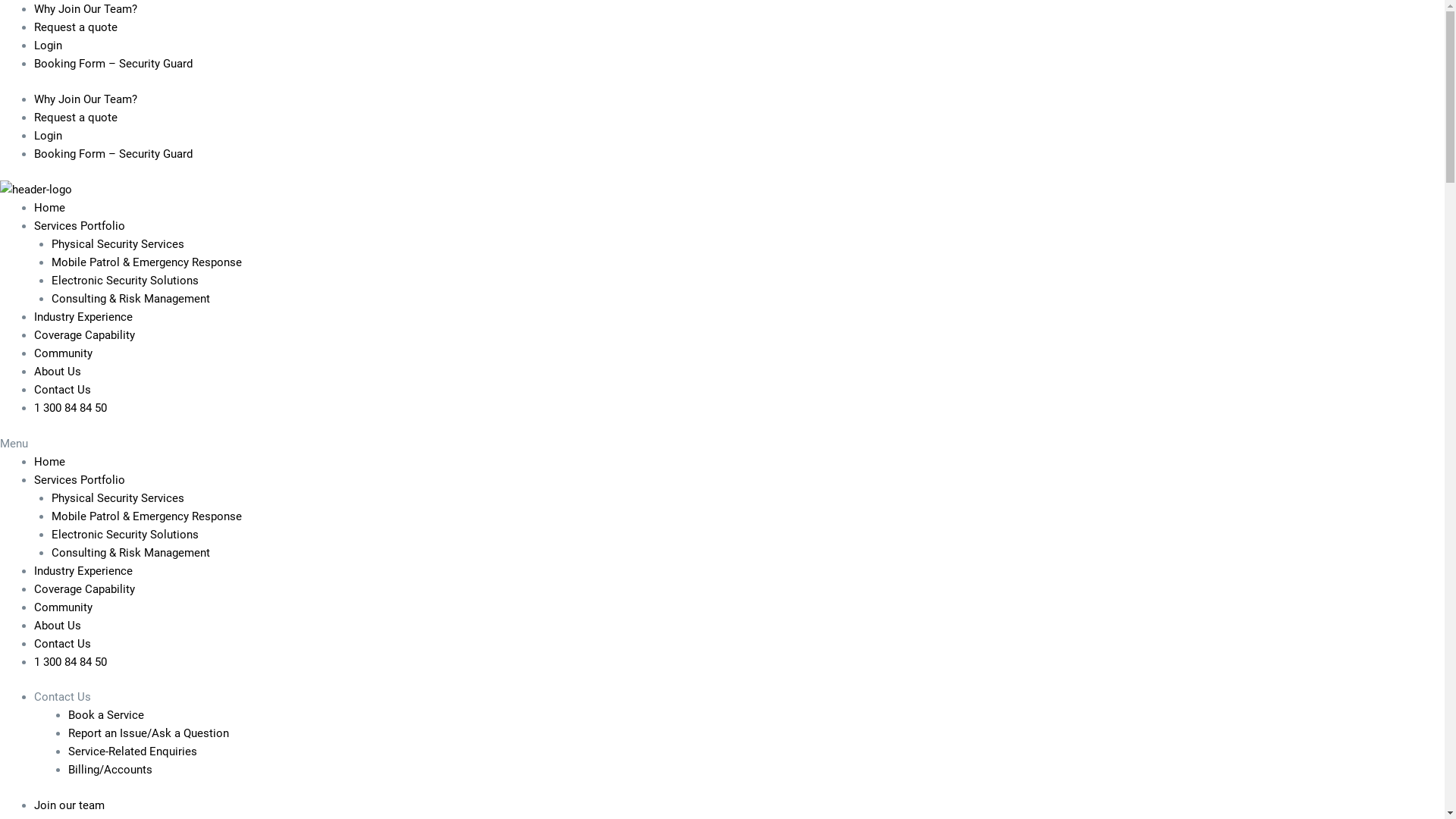  What do you see at coordinates (69, 406) in the screenshot?
I see `'1 300 84 84 50'` at bounding box center [69, 406].